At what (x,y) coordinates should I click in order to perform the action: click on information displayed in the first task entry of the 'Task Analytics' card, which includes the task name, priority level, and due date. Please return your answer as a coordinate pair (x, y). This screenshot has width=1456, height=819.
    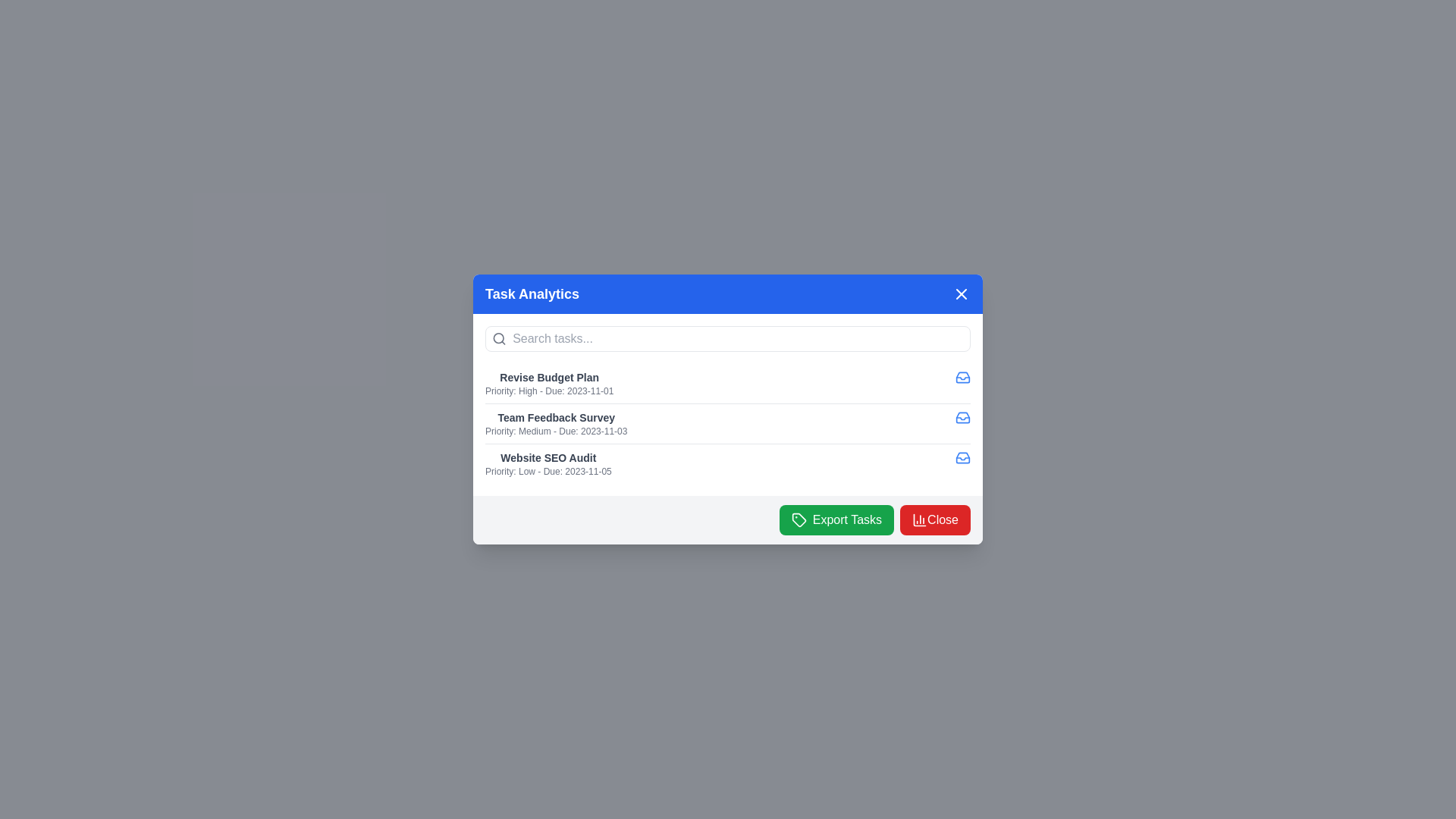
    Looking at the image, I should click on (548, 382).